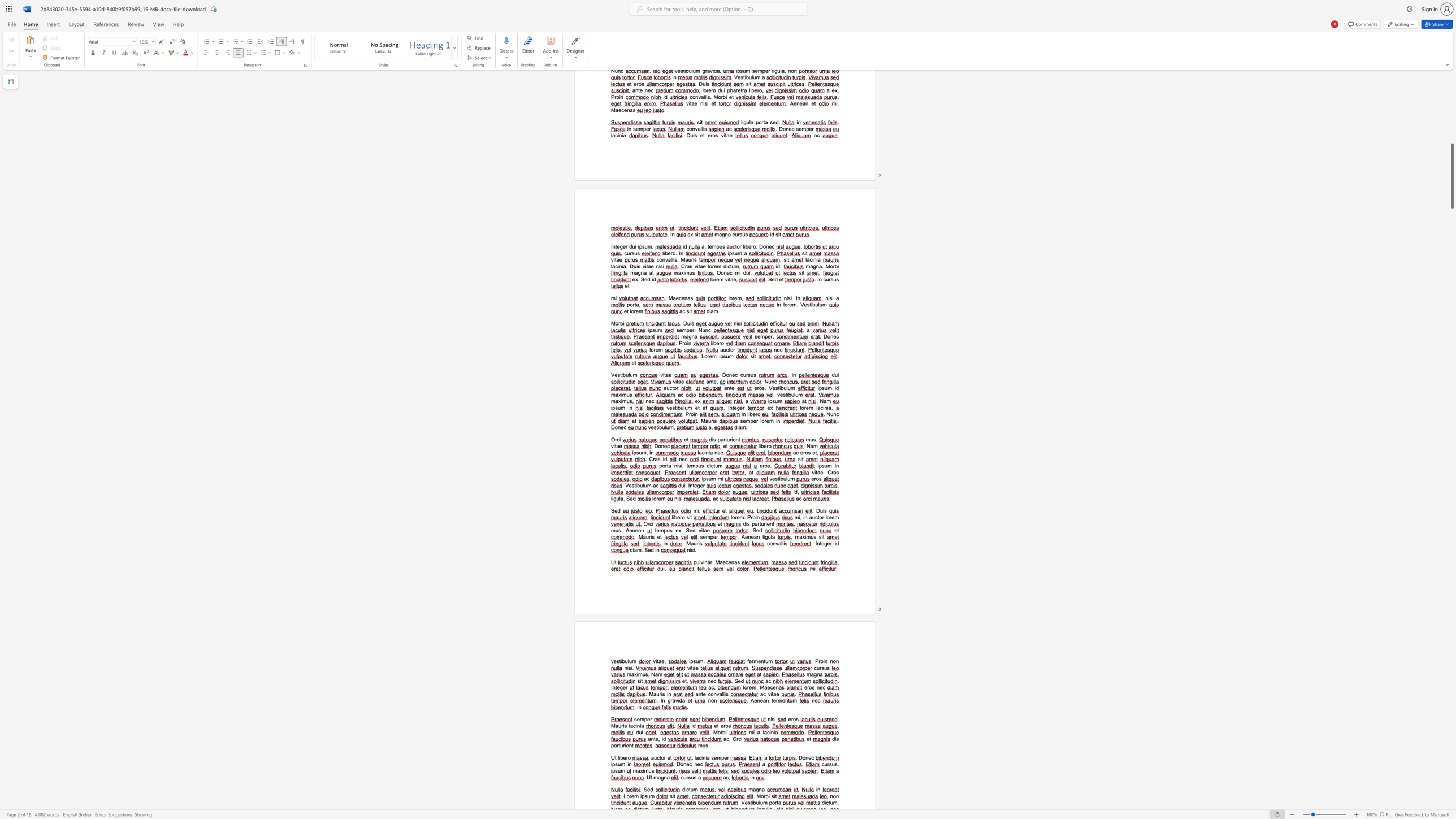 This screenshot has width=1456, height=819. I want to click on the 1th character "t" in the text, so click(660, 757).